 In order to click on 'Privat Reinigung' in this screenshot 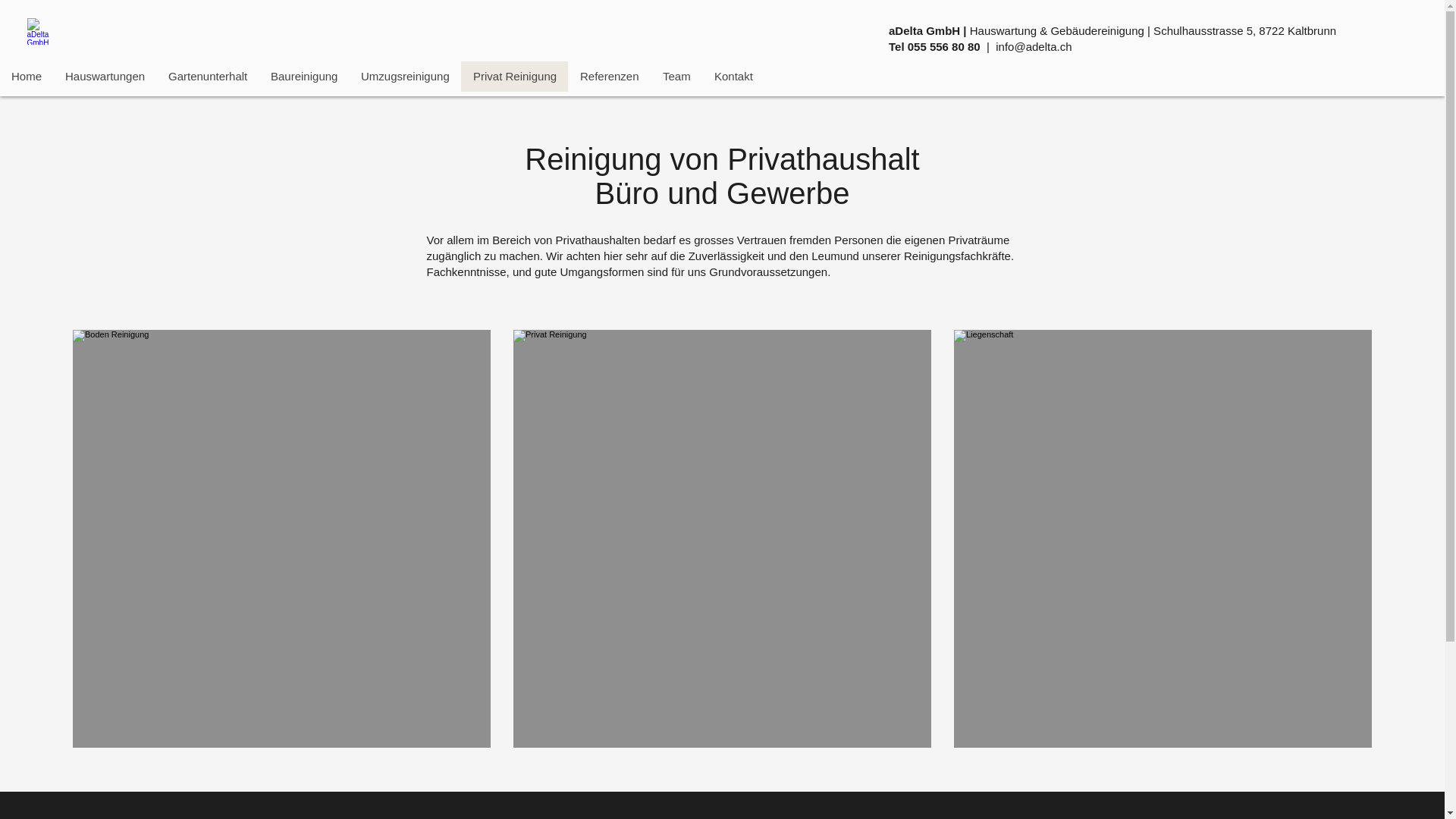, I will do `click(460, 76)`.